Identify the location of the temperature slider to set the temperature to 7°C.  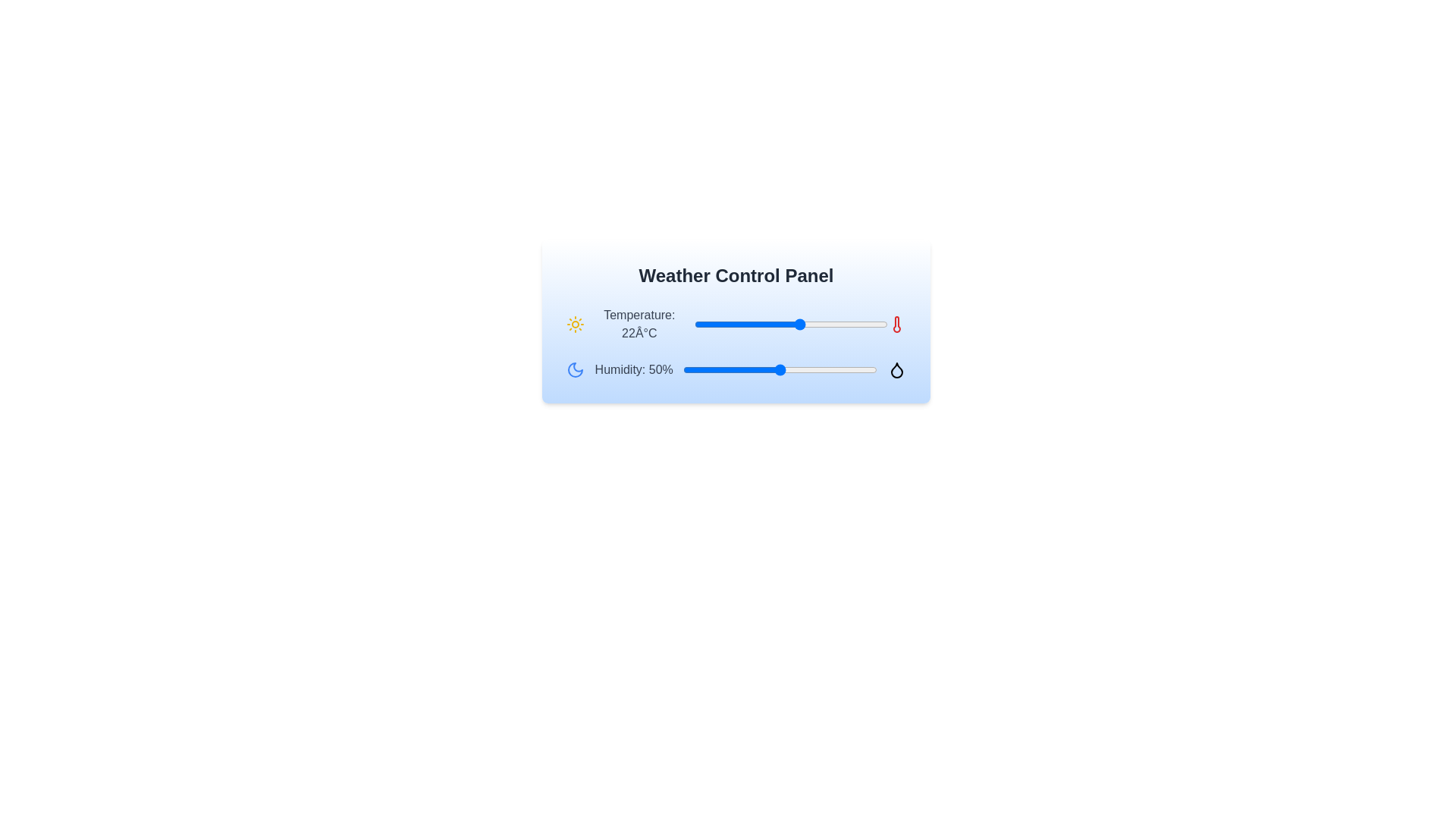
(728, 324).